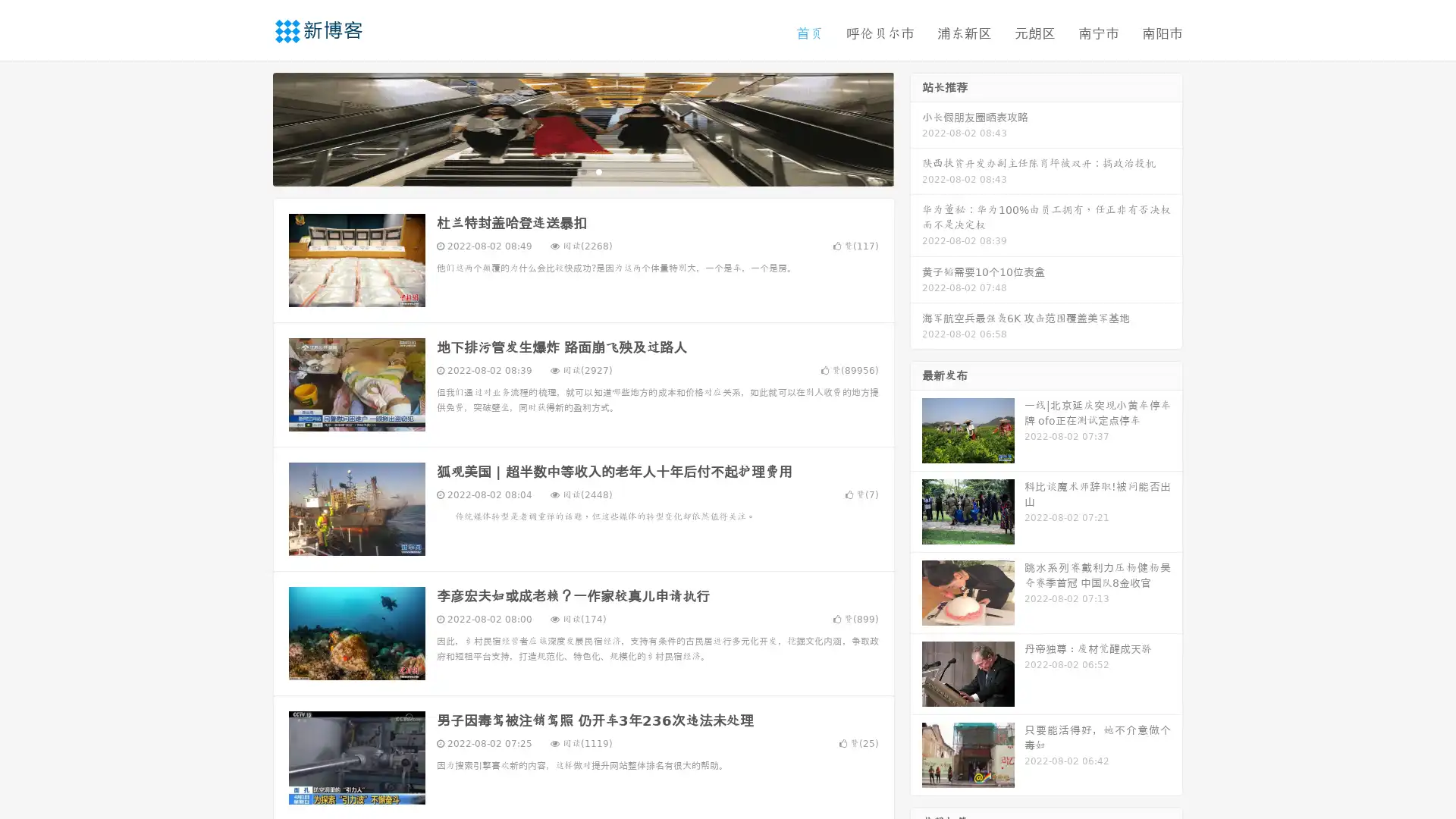 This screenshot has width=1456, height=819. Describe the element at coordinates (582, 171) in the screenshot. I see `Go to slide 2` at that location.